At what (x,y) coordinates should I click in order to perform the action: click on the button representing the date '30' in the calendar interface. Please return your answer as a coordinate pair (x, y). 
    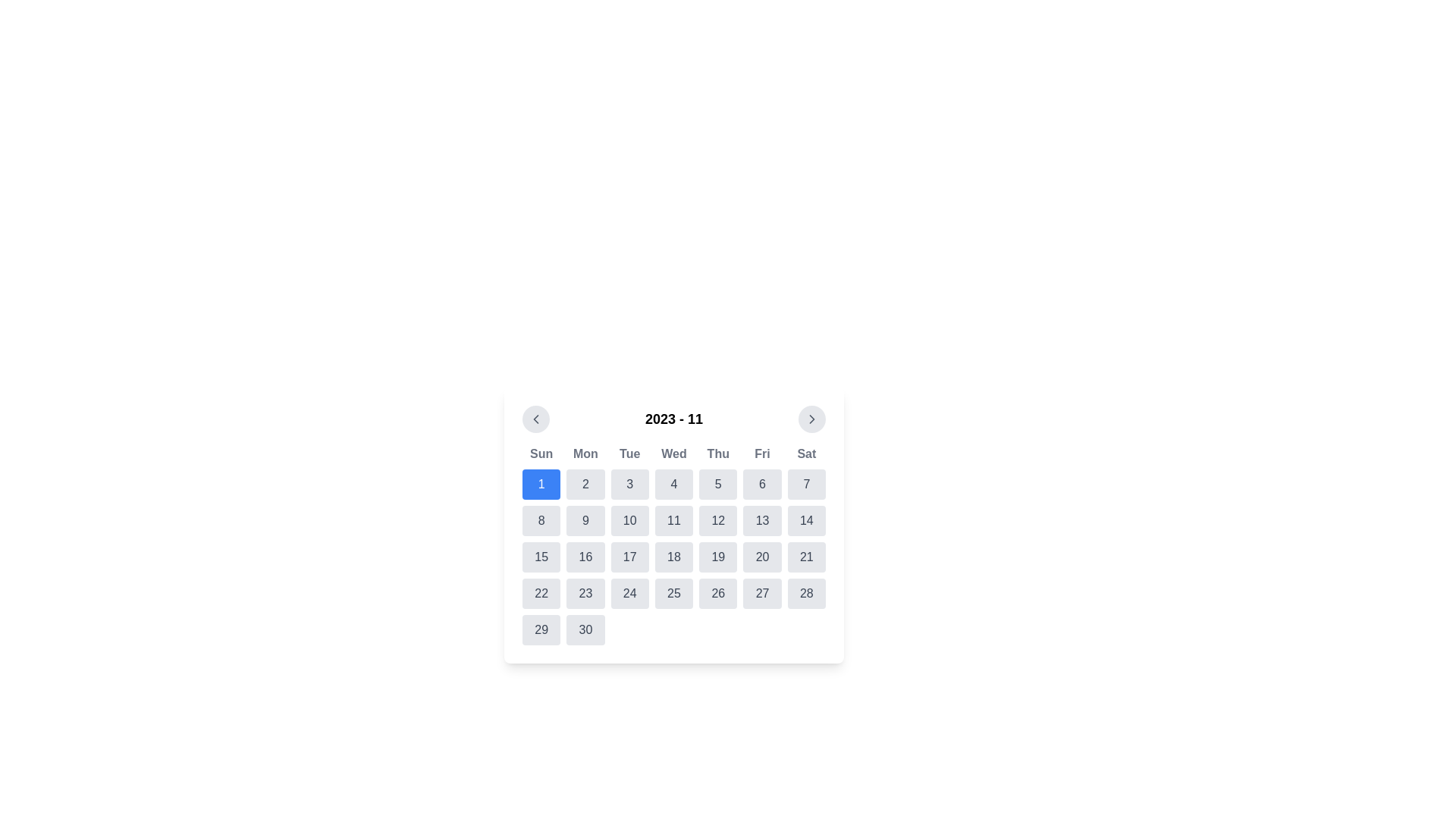
    Looking at the image, I should click on (585, 629).